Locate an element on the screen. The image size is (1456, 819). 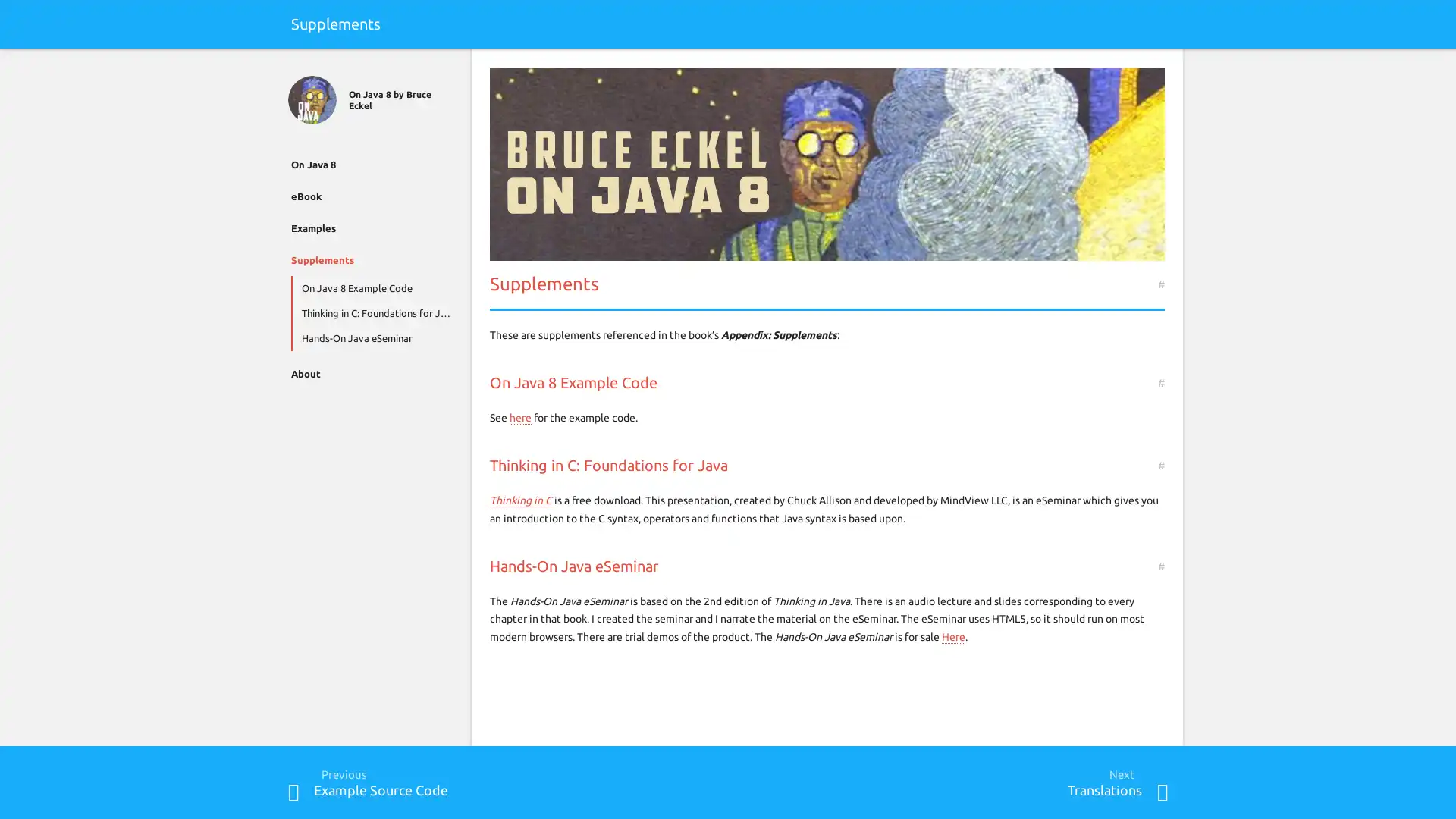
Close is located at coordinates (293, 66).